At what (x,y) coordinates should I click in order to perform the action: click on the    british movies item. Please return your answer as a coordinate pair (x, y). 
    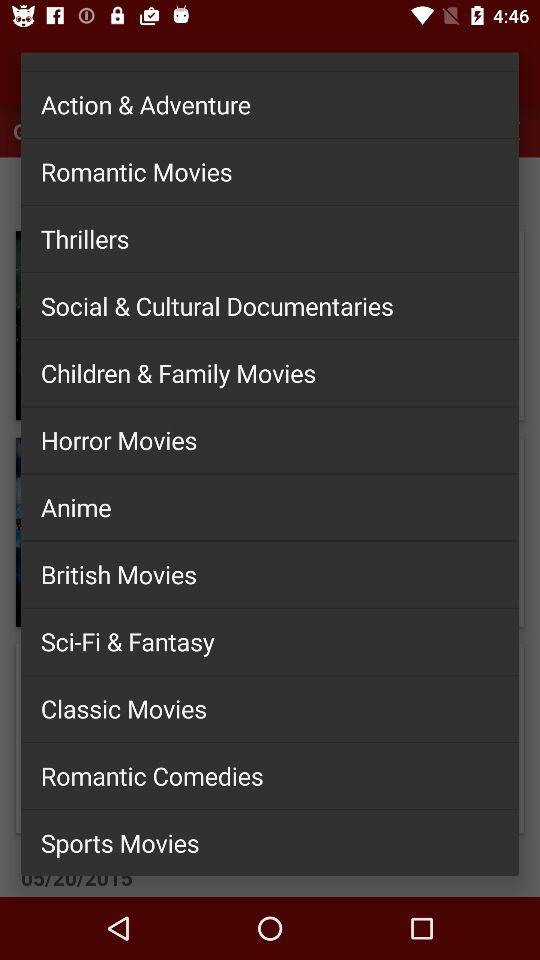
    Looking at the image, I should click on (270, 574).